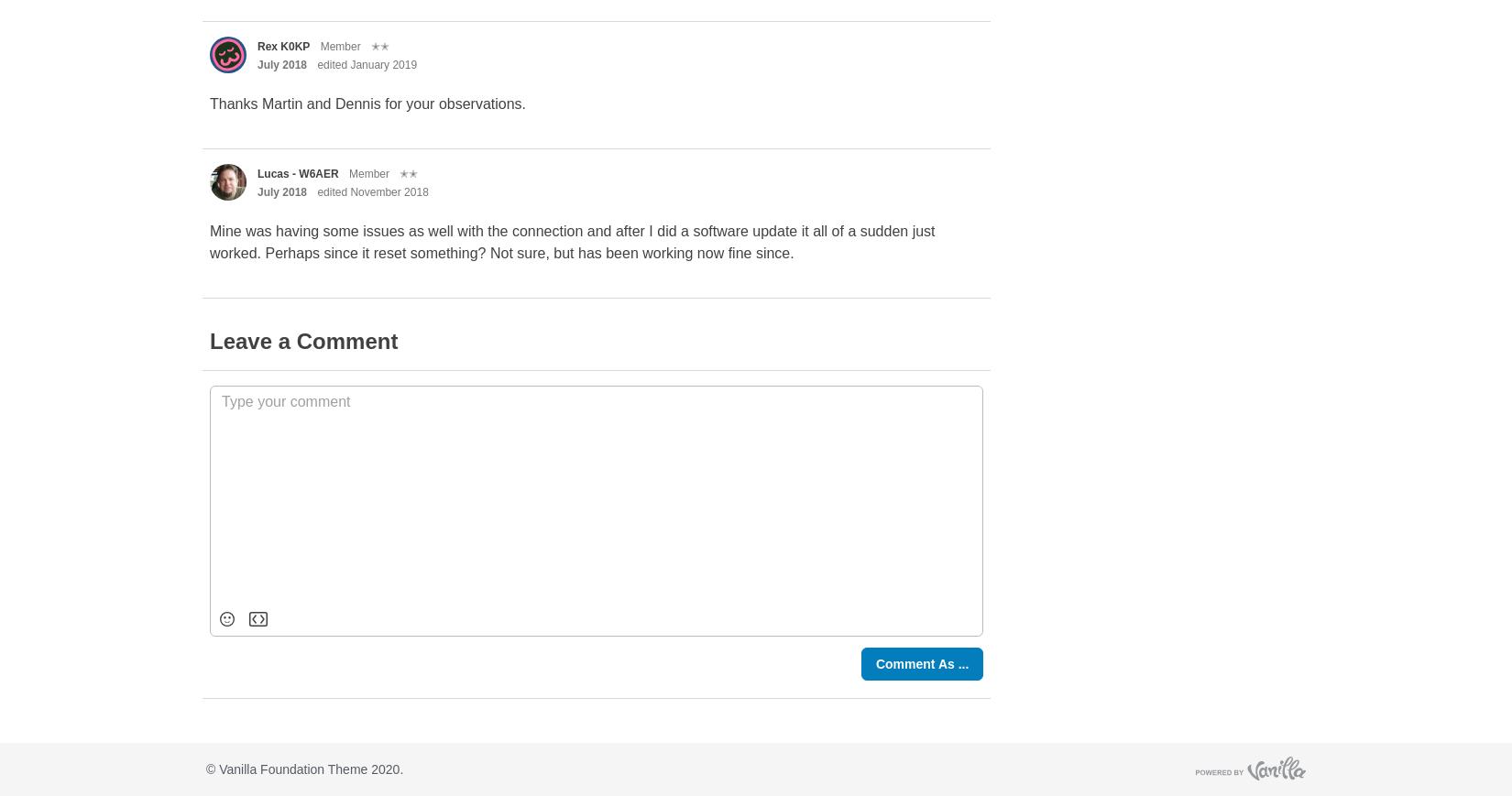  I want to click on 'edited January 2019', so click(367, 63).